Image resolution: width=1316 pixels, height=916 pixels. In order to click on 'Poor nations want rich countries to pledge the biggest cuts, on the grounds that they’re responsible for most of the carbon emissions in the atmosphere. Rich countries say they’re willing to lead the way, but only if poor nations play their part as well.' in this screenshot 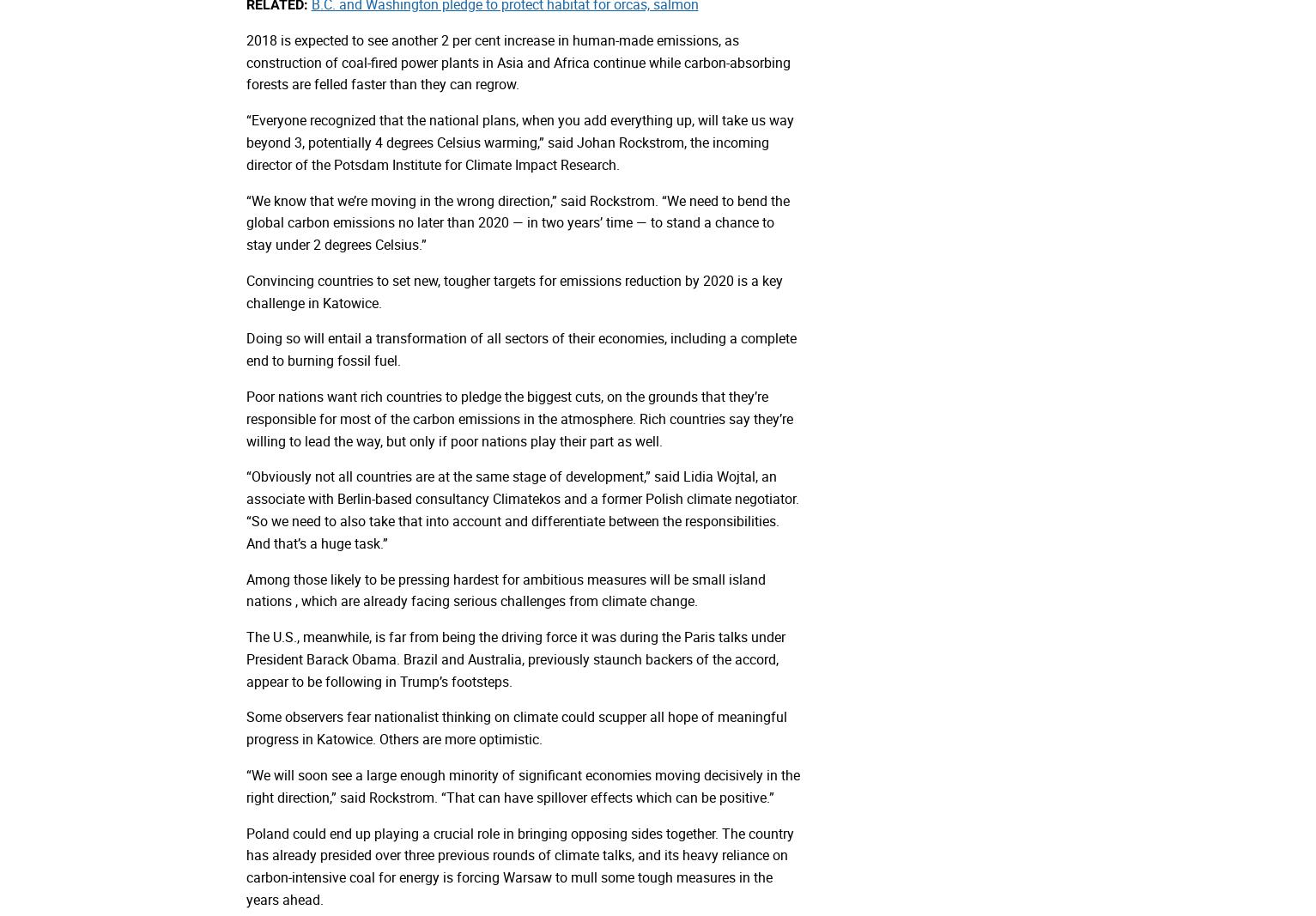, I will do `click(518, 417)`.